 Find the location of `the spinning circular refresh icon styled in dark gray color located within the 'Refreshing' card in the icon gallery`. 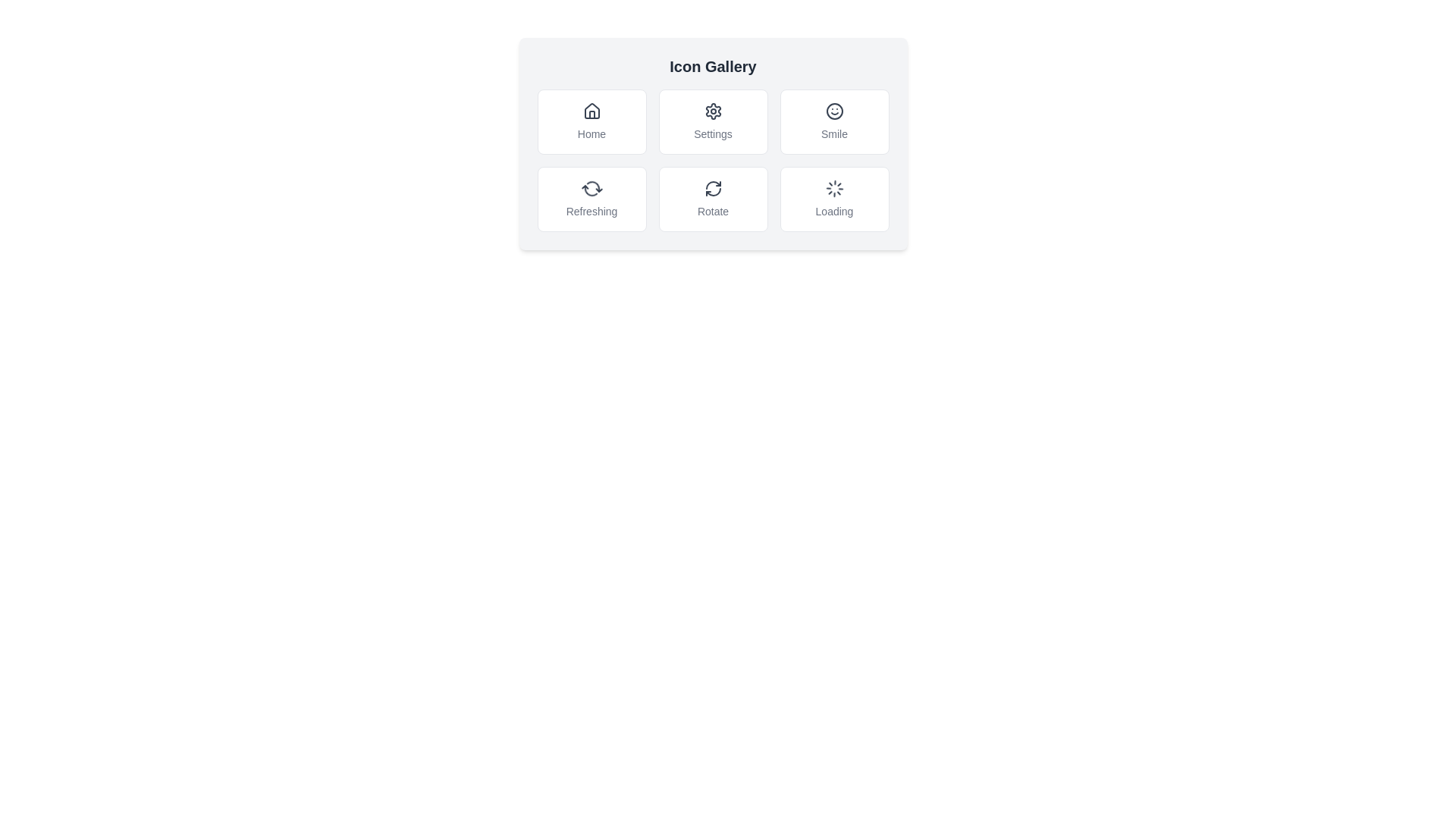

the spinning circular refresh icon styled in dark gray color located within the 'Refreshing' card in the icon gallery is located at coordinates (591, 188).